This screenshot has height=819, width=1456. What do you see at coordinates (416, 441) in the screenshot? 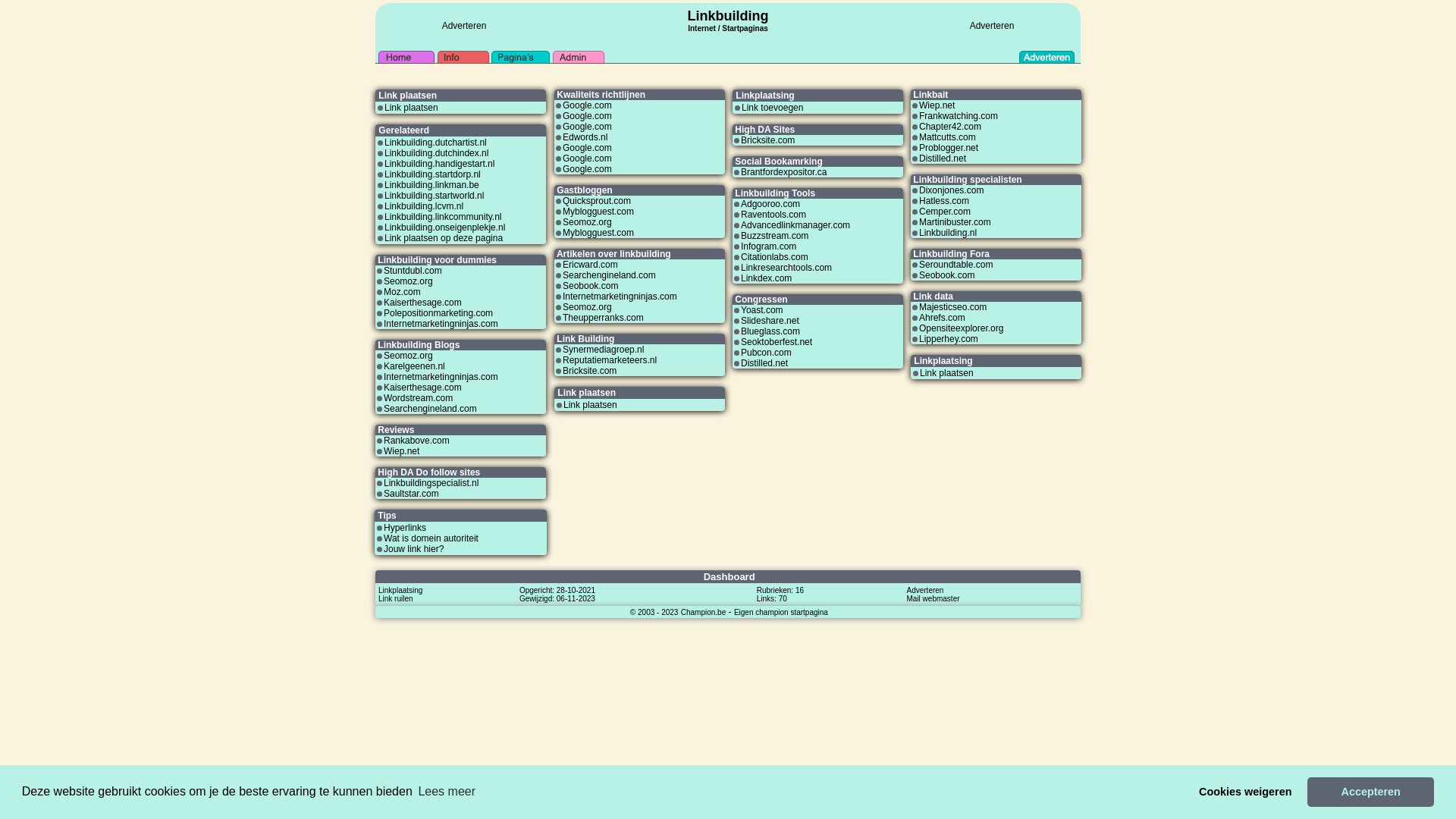
I see `'Rankabove.com'` at bounding box center [416, 441].